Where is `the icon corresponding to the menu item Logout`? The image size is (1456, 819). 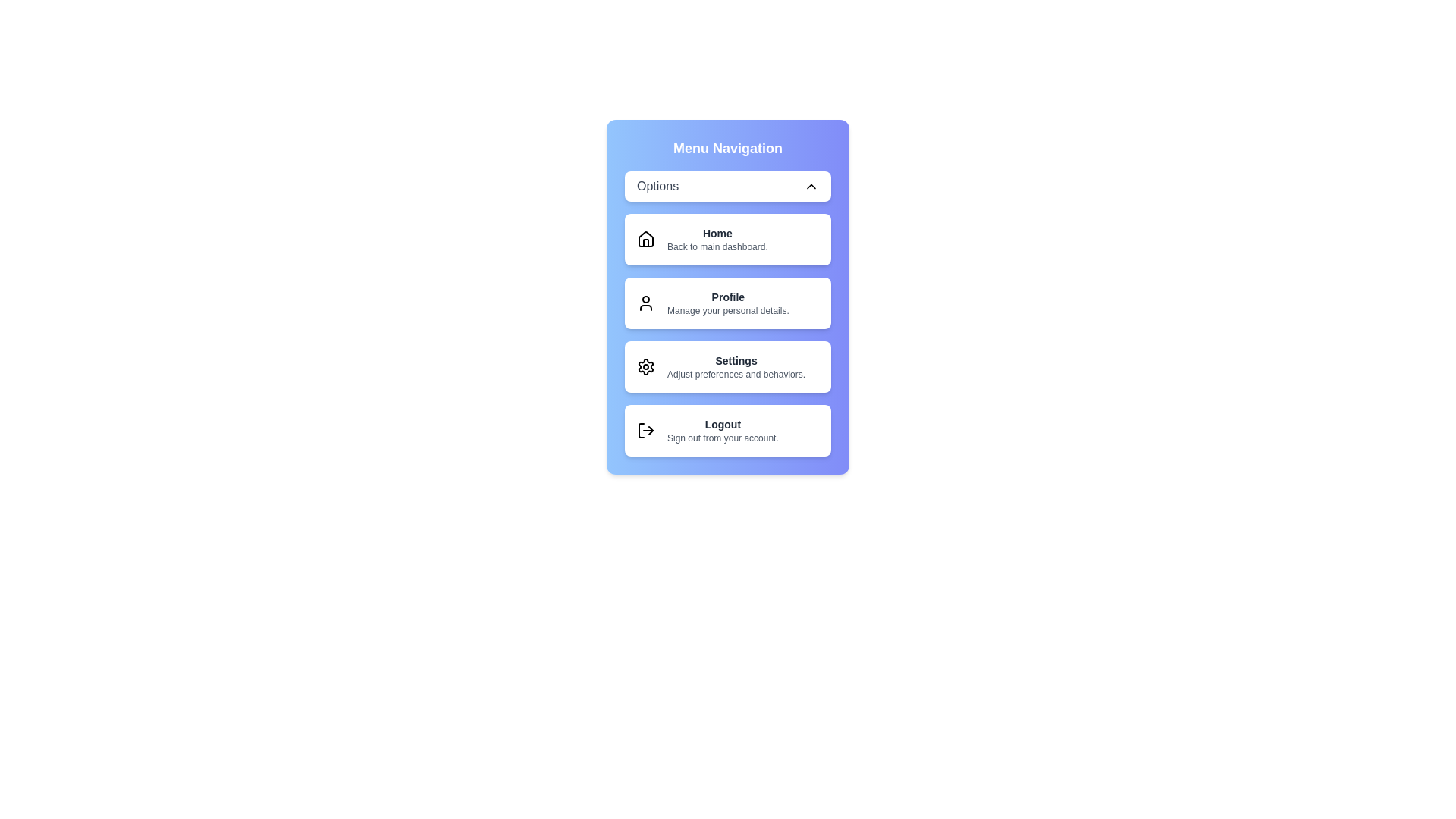
the icon corresponding to the menu item Logout is located at coordinates (645, 430).